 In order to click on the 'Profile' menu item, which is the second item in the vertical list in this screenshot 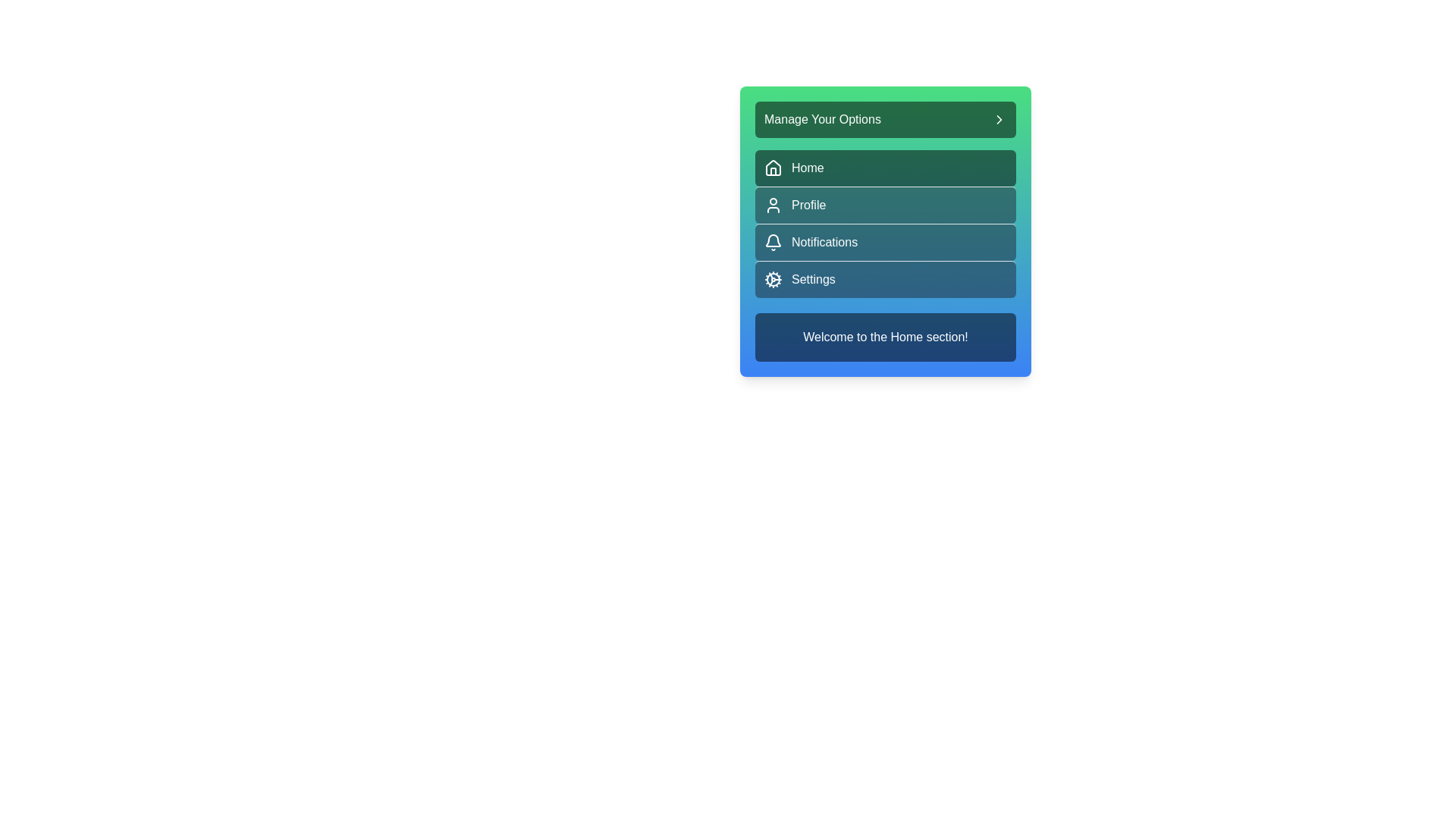, I will do `click(885, 205)`.